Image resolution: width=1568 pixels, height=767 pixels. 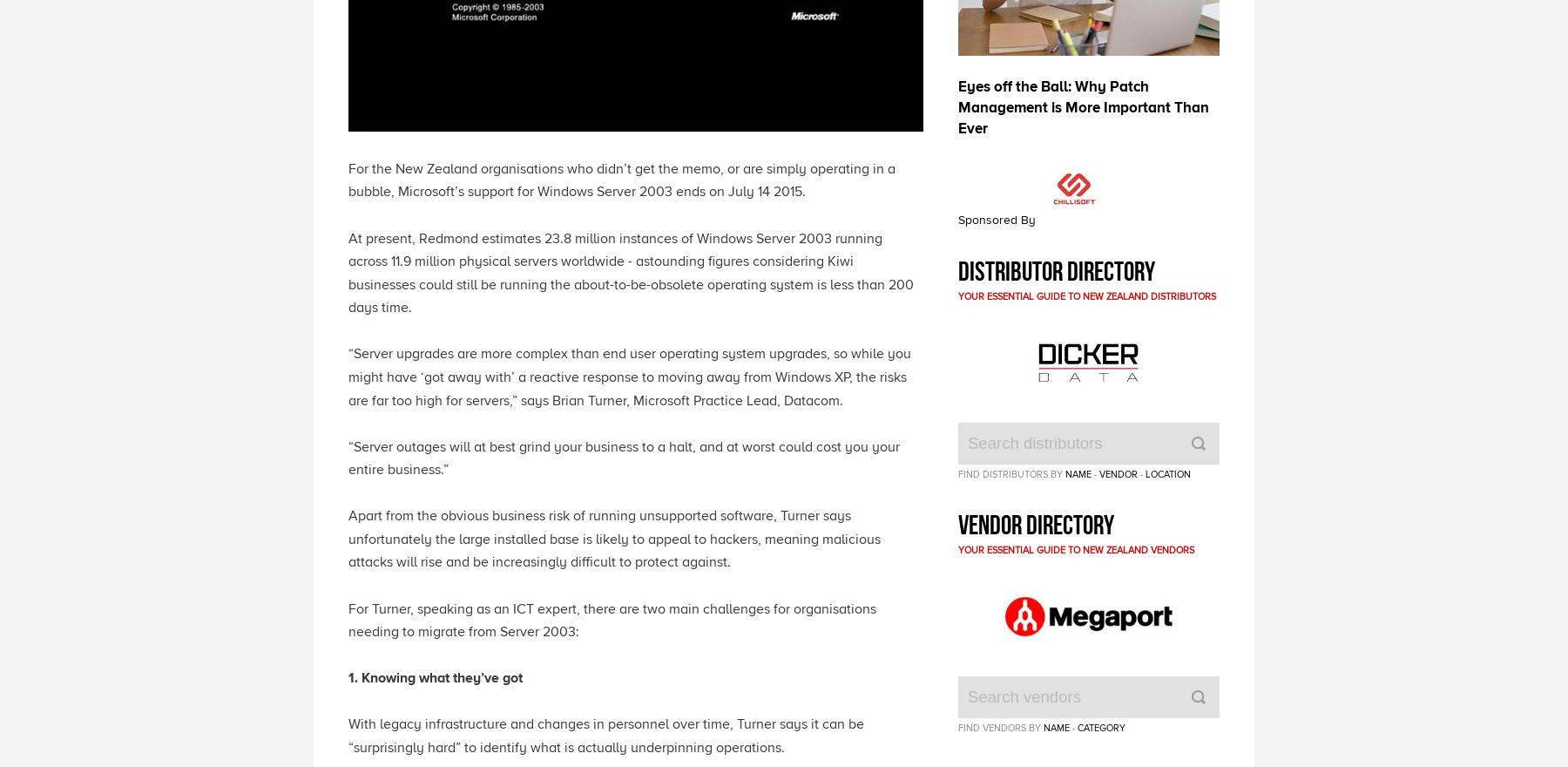 I want to click on 'At present, Redmond estimates 23.8 million instances of Windows Server 2003 running across 11.9 million physical servers worldwide - astounding figures considering Kiwi businesses could still be running the about-to-be-obsolete operating system is less than 200 days time.', so click(x=630, y=272).